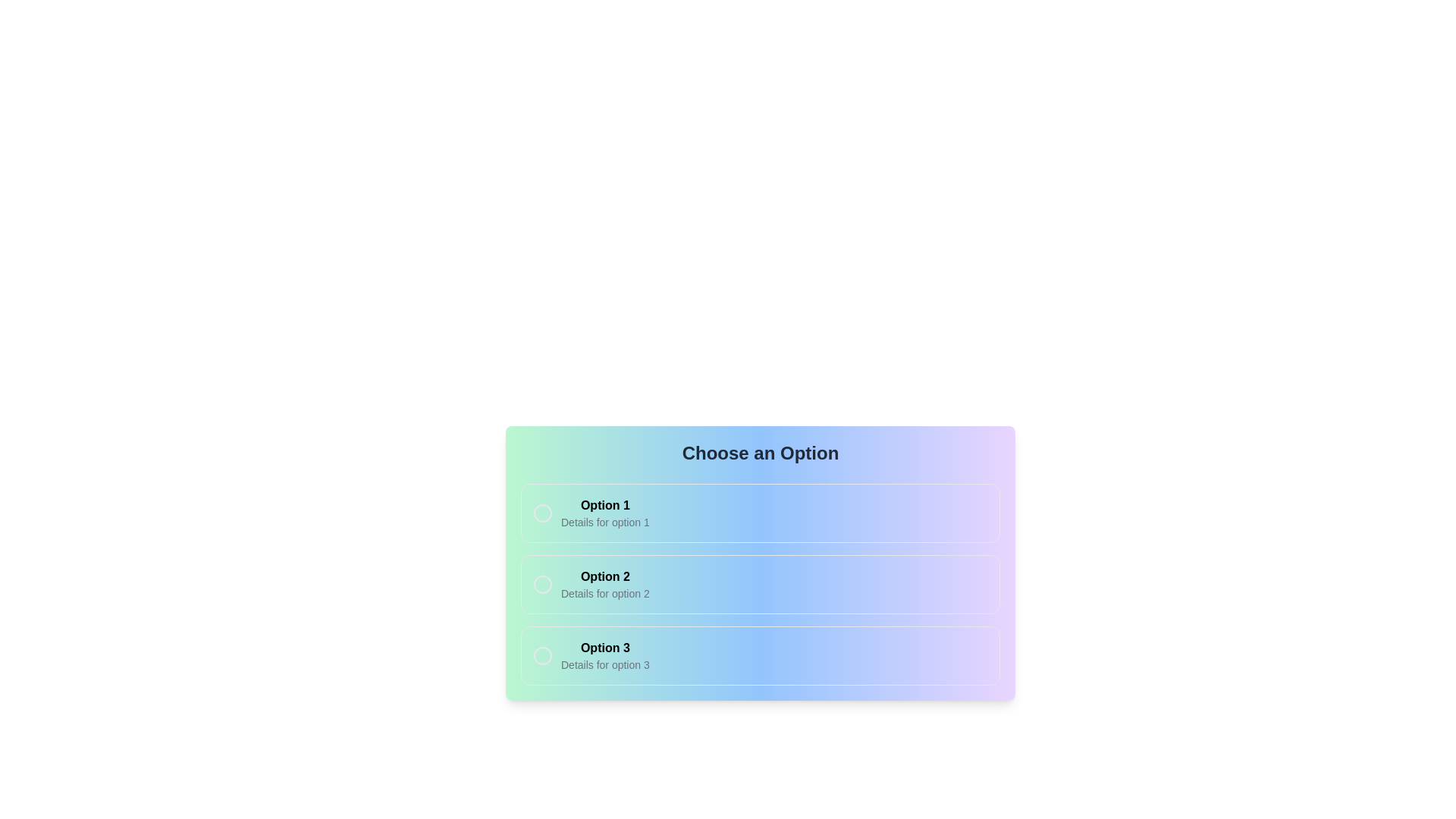 The height and width of the screenshot is (819, 1456). Describe the element at coordinates (604, 648) in the screenshot. I see `the bold text label reading 'Option 3', which is positioned as the primary title of the third option in a vertical list` at that location.